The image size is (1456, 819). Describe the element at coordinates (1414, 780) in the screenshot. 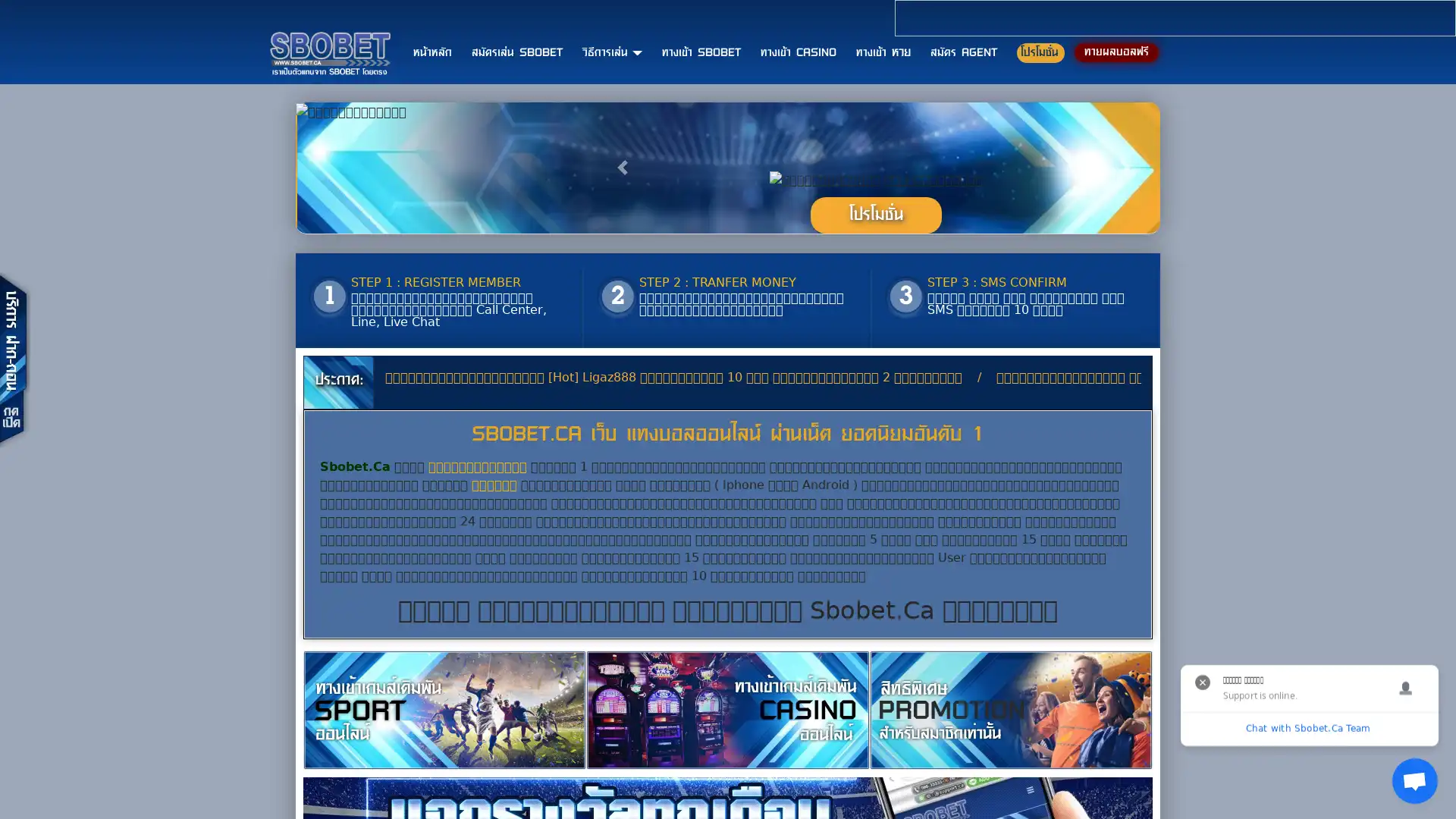

I see `Support is online. Chat with Sbobet.Ca Team` at that location.